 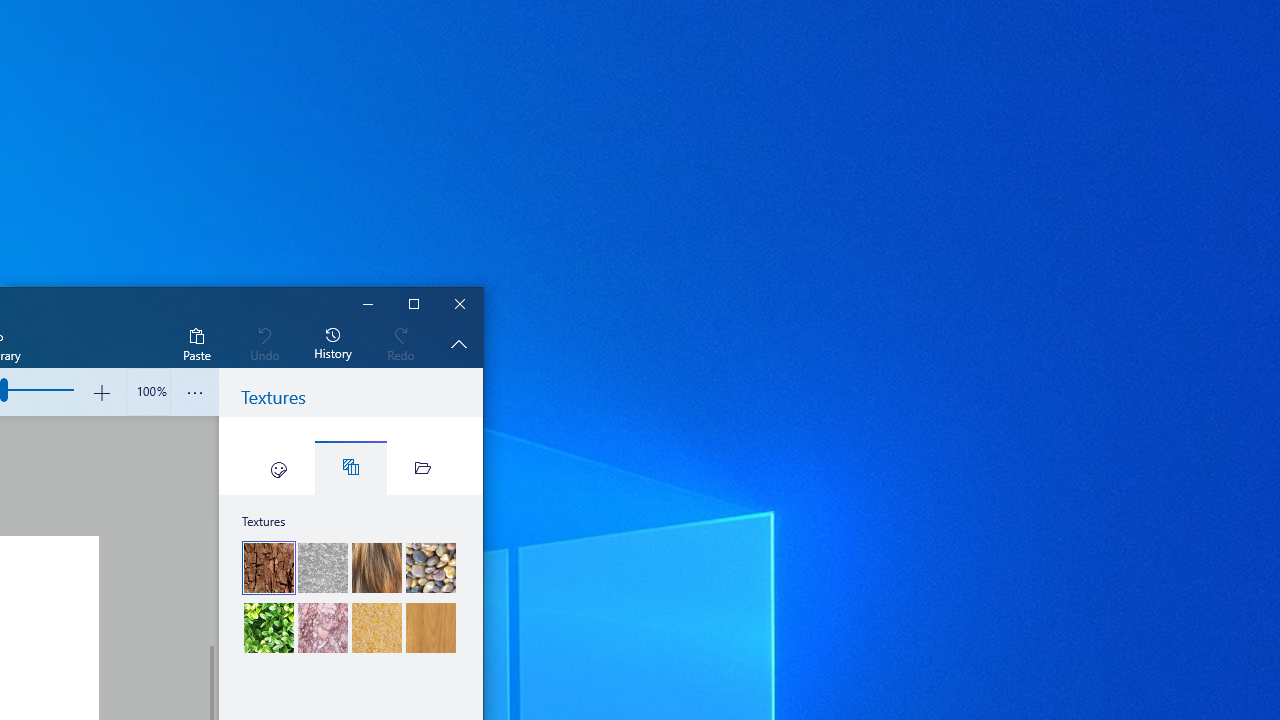 I want to click on 'Redo', so click(x=400, y=342).